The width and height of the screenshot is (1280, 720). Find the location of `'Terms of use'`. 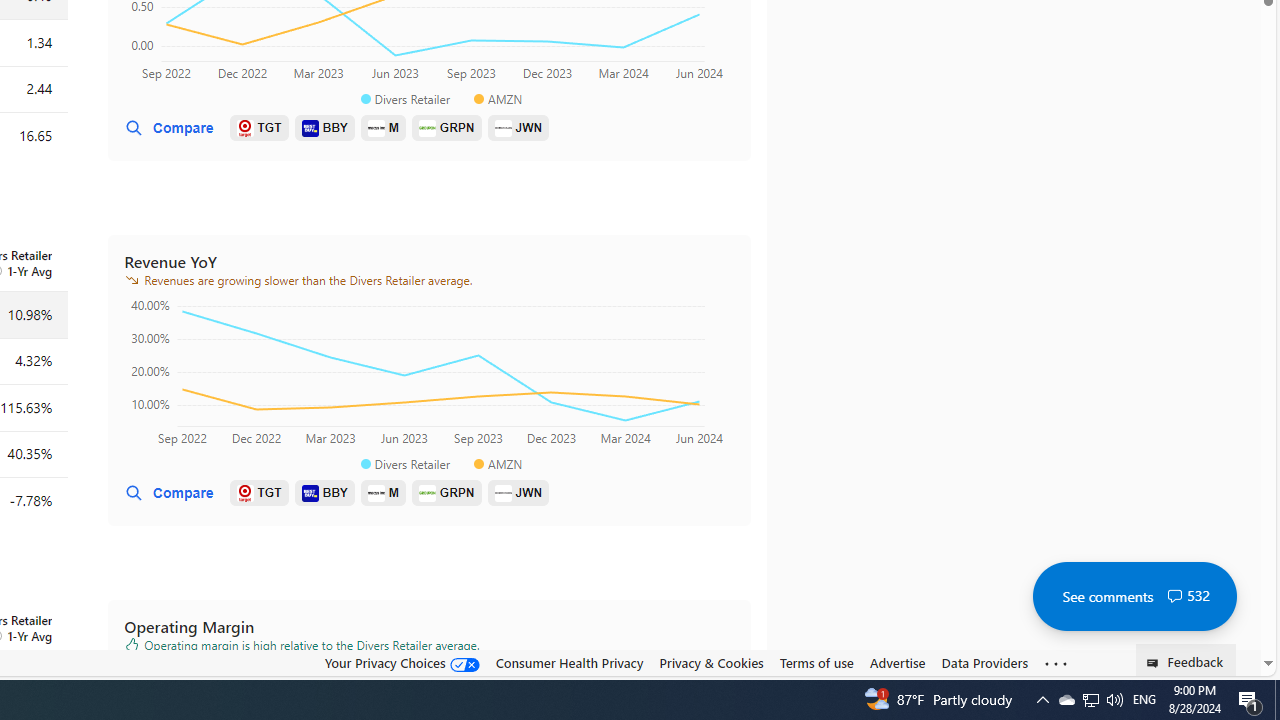

'Terms of use' is located at coordinates (816, 662).